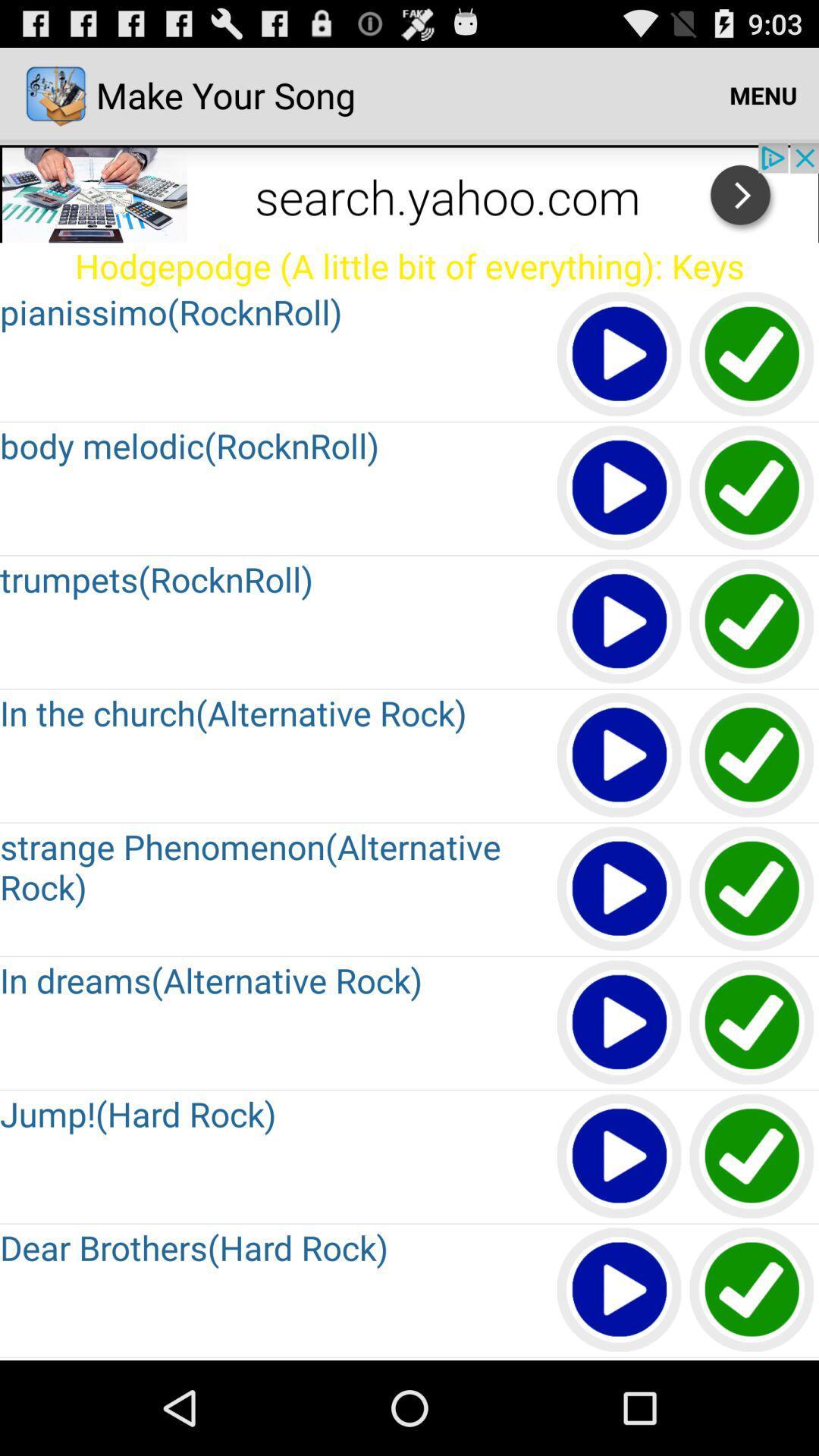 This screenshot has width=819, height=1456. I want to click on selected audio or video, so click(620, 756).